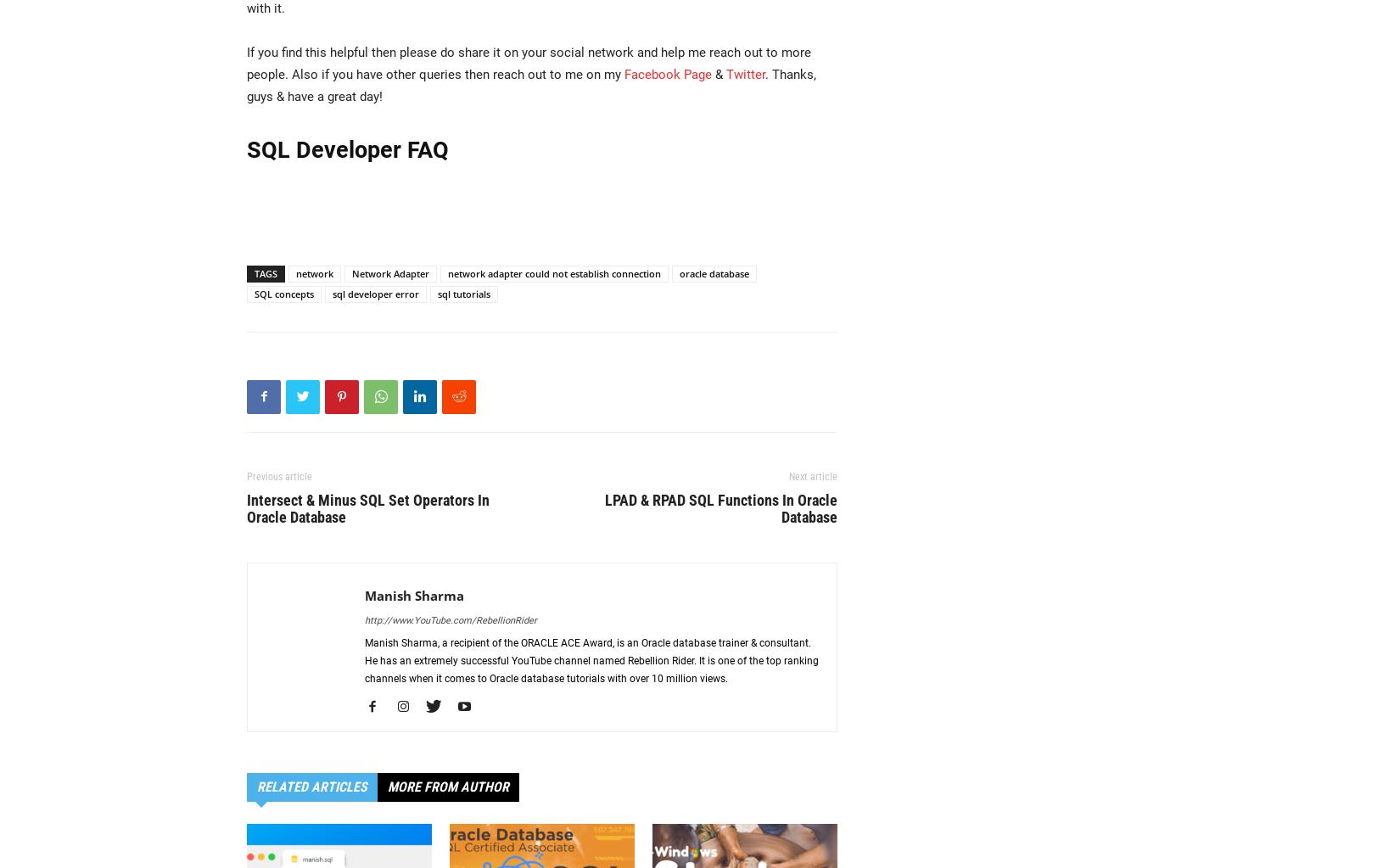 The height and width of the screenshot is (868, 1400). I want to click on 'sql tutorials', so click(462, 293).